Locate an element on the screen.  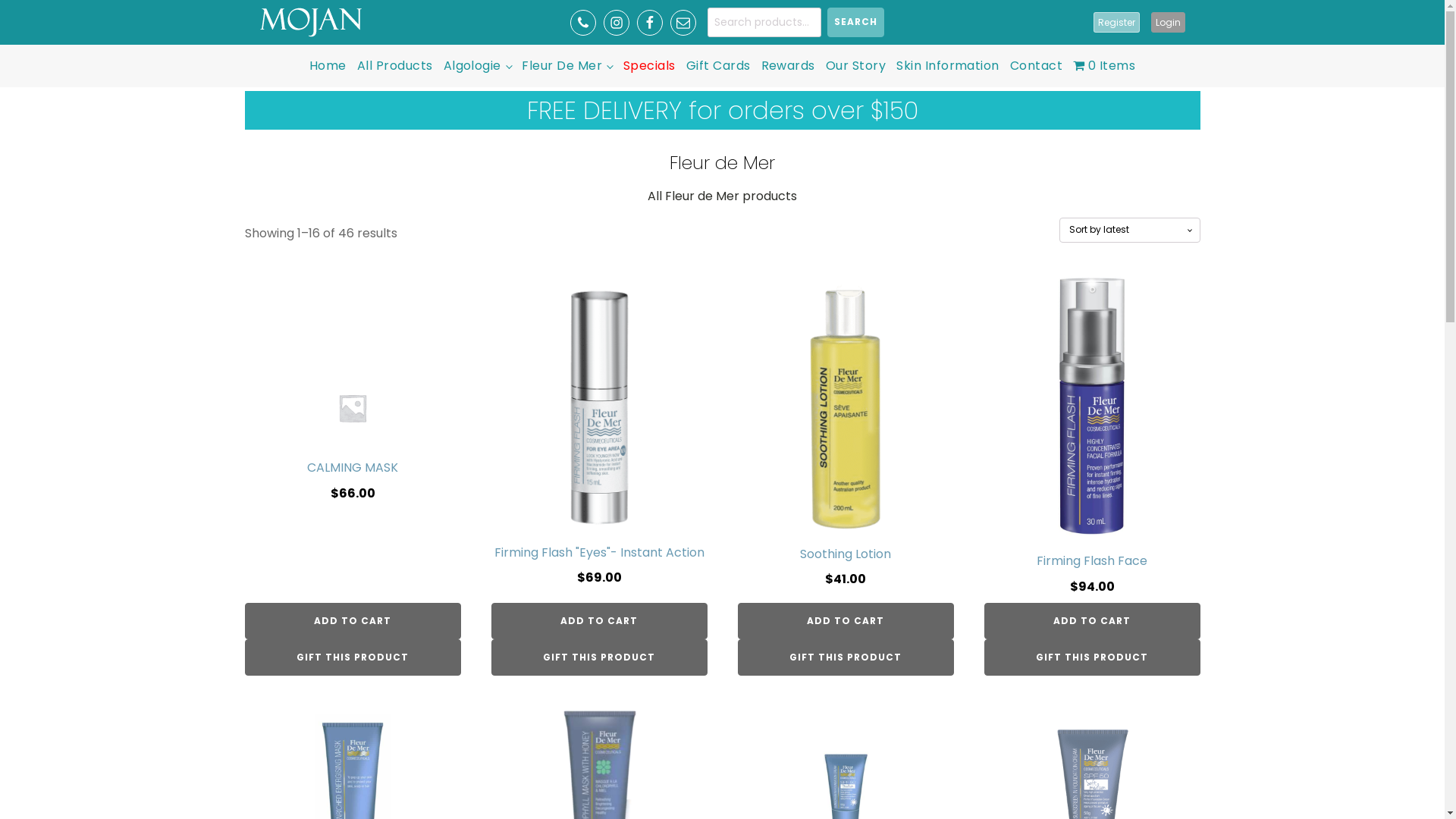
'SEARCH' is located at coordinates (855, 22).